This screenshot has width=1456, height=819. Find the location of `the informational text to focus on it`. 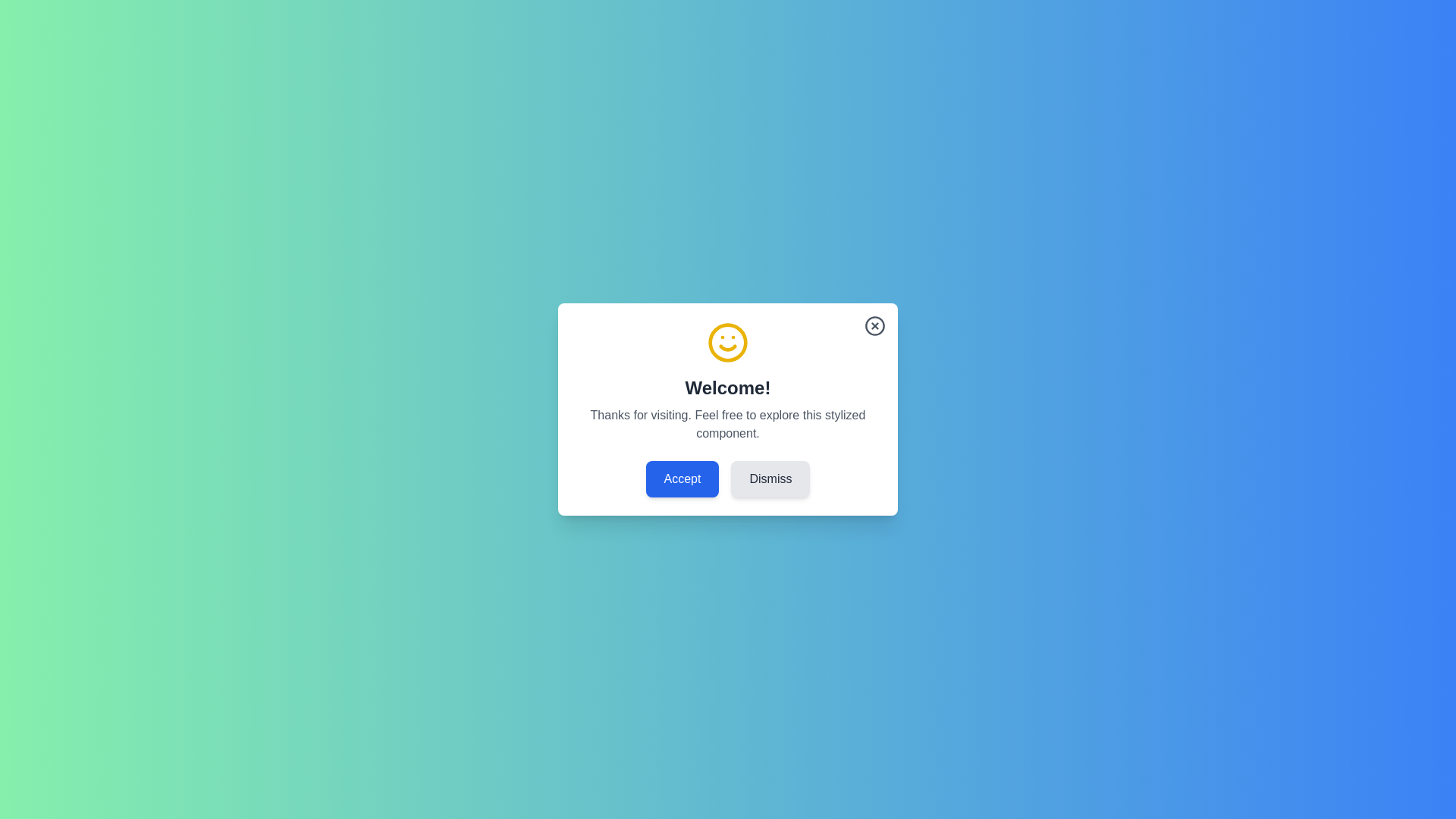

the informational text to focus on it is located at coordinates (728, 388).